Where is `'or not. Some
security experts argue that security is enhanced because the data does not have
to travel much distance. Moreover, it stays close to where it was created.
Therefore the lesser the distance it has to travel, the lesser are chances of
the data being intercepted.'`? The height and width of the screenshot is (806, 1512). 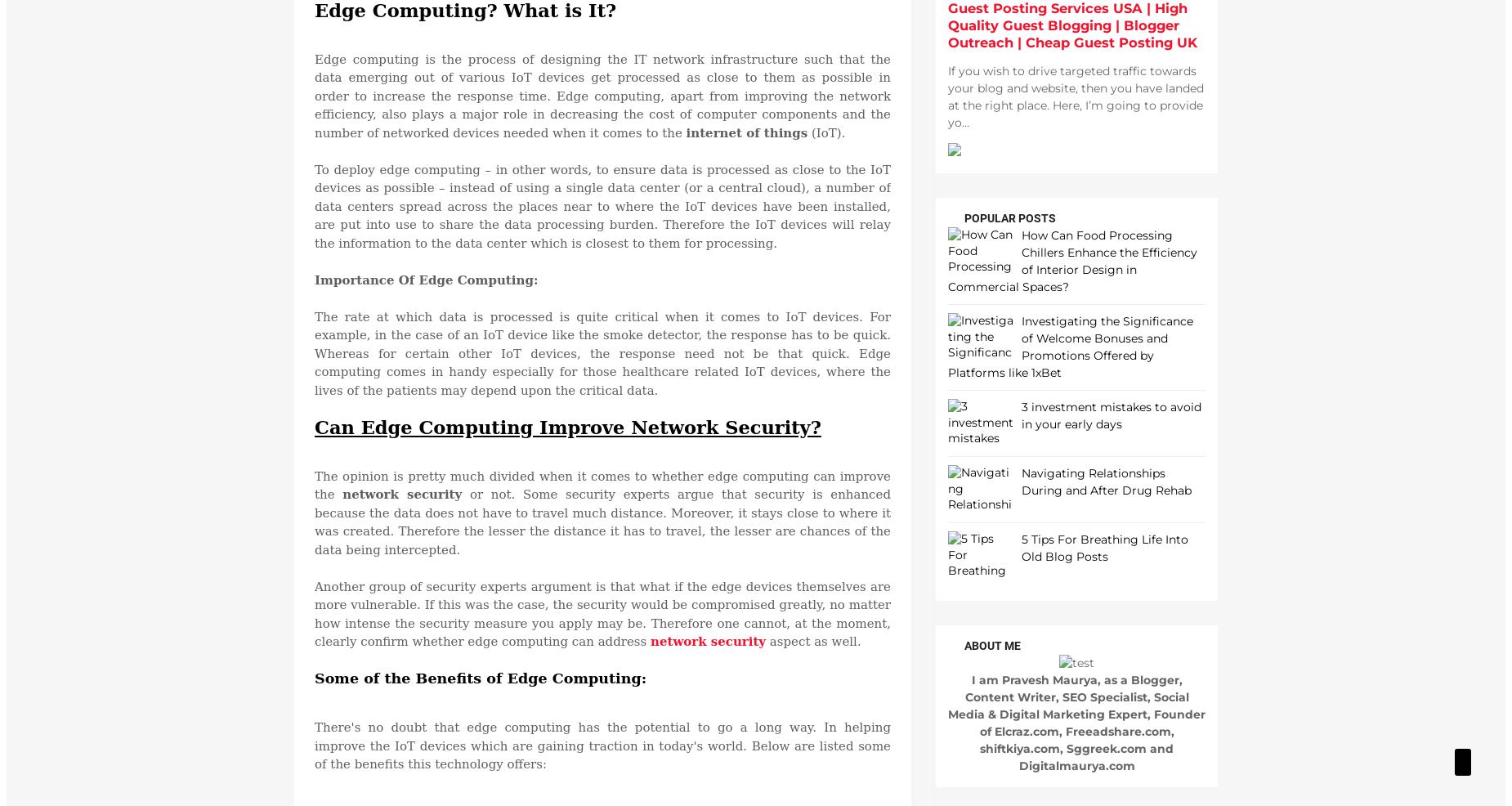 'or not. Some
security experts argue that security is enhanced because the data does not have
to travel much distance. Moreover, it stays close to where it was created.
Therefore the lesser the distance it has to travel, the lesser are chances of
the data being intercepted.' is located at coordinates (602, 522).